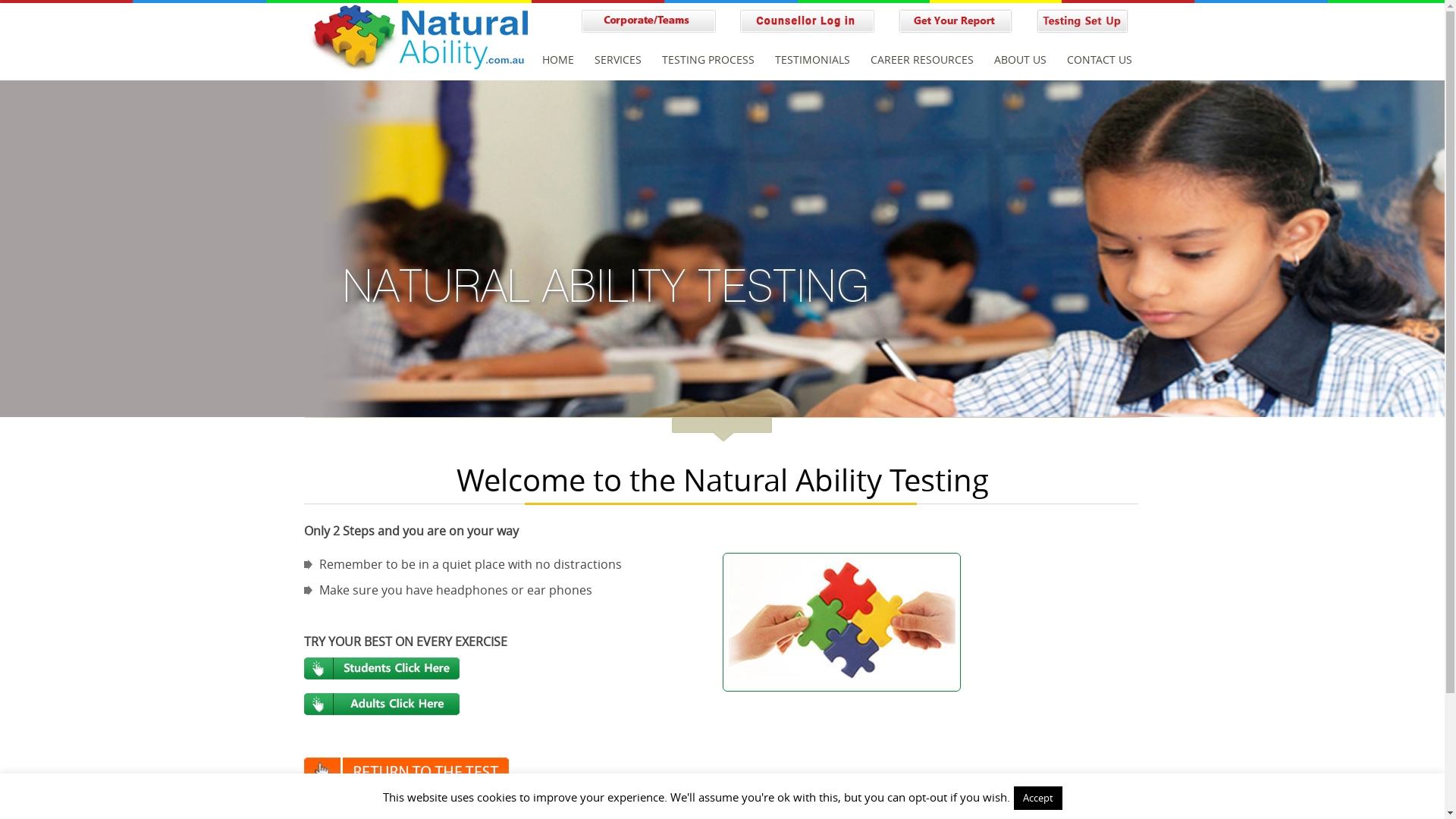  What do you see at coordinates (1019, 58) in the screenshot?
I see `'ABOUT US'` at bounding box center [1019, 58].